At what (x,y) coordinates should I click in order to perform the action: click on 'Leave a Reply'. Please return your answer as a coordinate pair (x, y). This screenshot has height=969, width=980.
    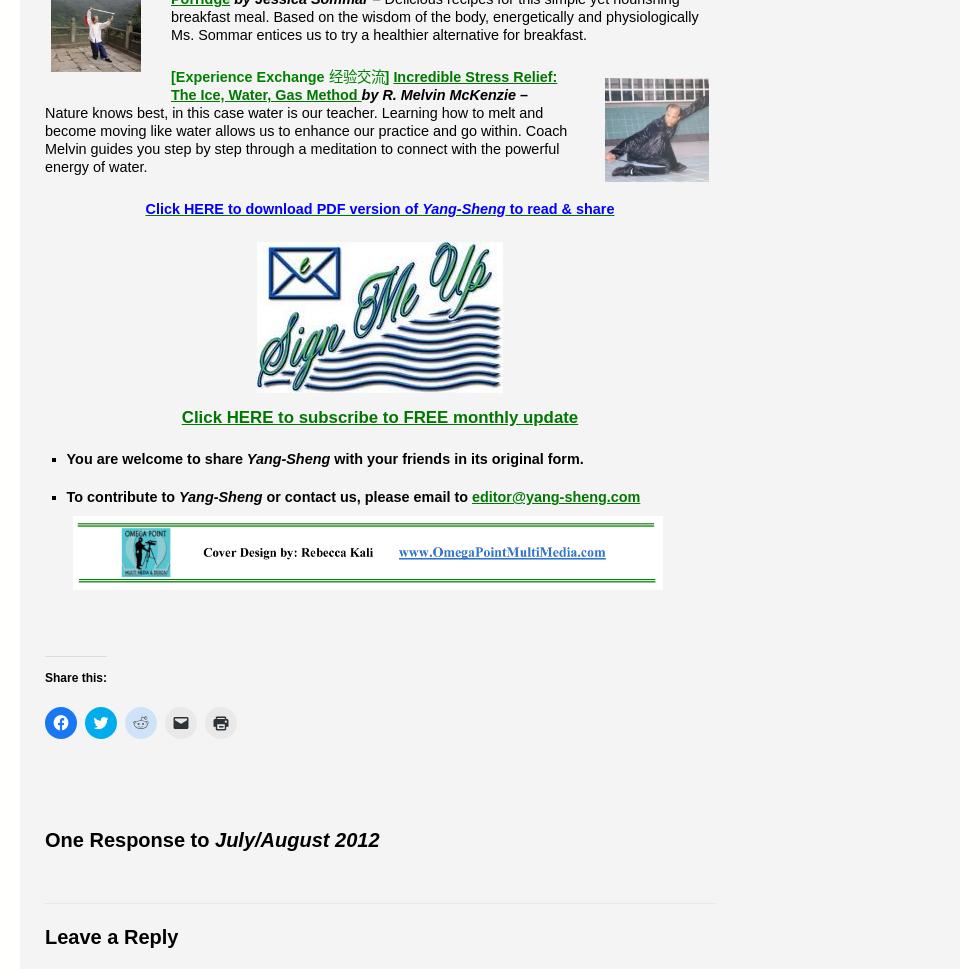
    Looking at the image, I should click on (111, 936).